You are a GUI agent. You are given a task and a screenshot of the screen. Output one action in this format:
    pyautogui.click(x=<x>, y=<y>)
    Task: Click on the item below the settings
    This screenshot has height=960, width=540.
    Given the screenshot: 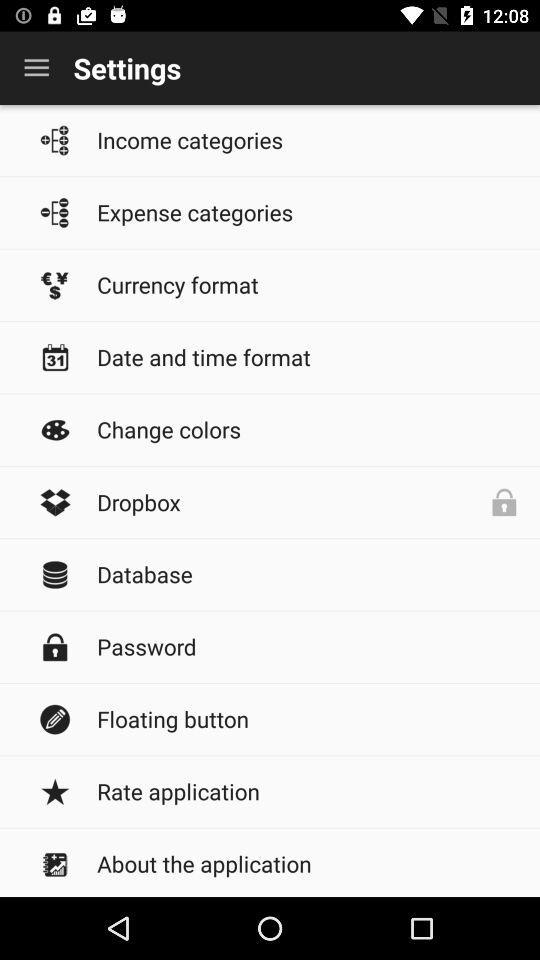 What is the action you would take?
    pyautogui.click(x=308, y=139)
    